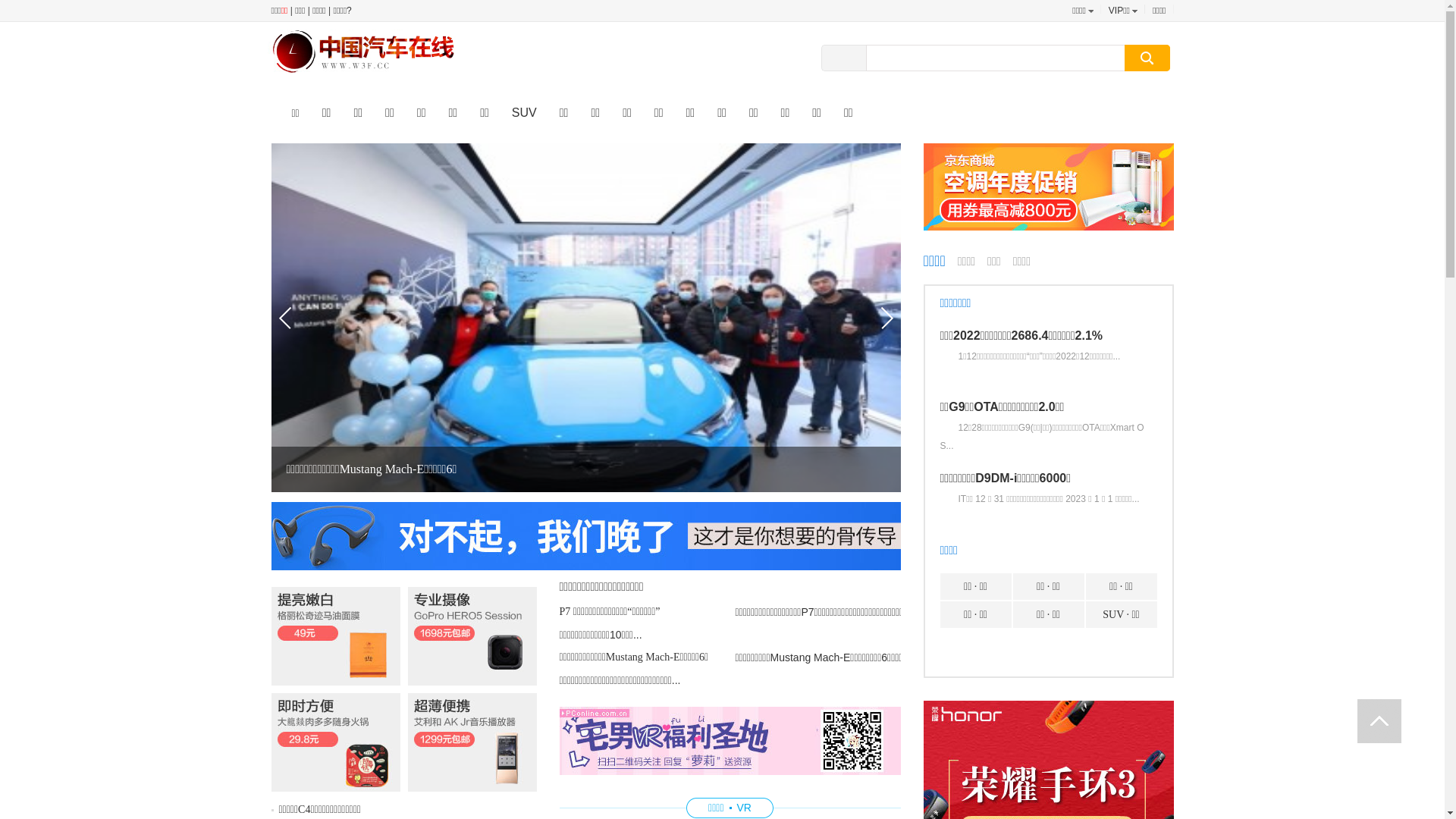  What do you see at coordinates (744, 806) in the screenshot?
I see `'VR'` at bounding box center [744, 806].